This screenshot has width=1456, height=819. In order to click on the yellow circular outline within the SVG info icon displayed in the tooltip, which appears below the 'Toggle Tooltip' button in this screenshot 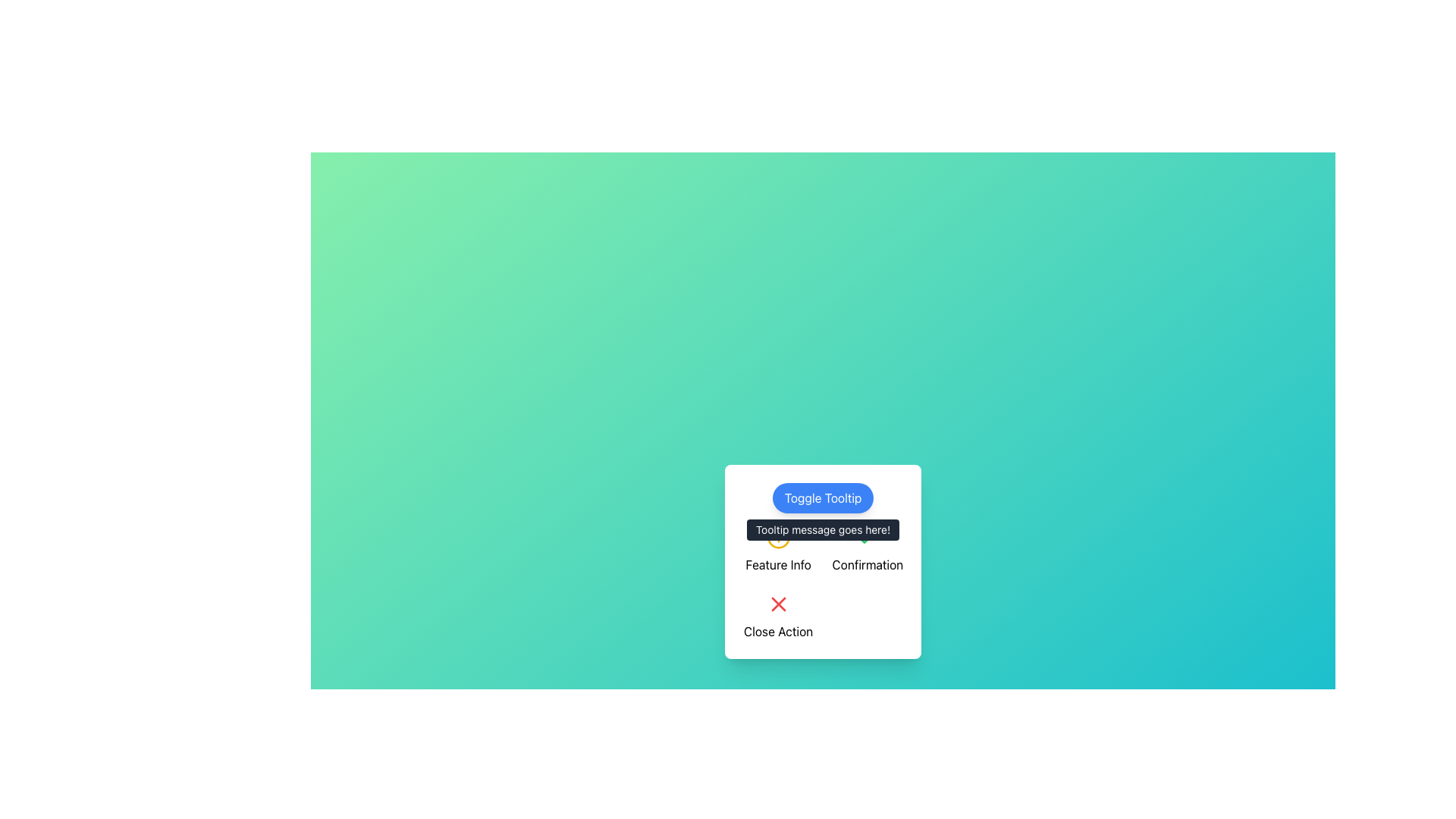, I will do `click(778, 537)`.